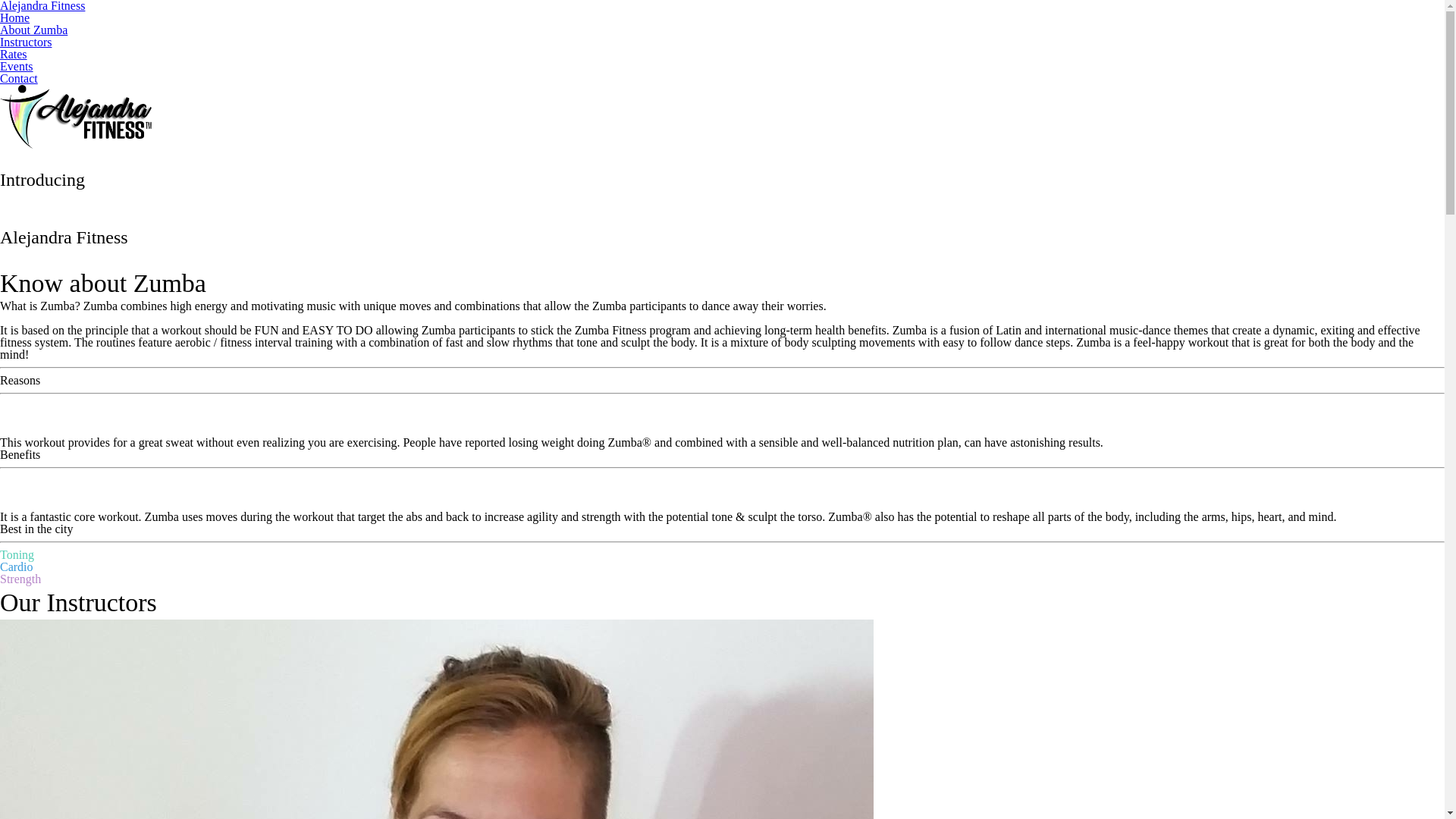 The height and width of the screenshot is (819, 1456). I want to click on 'Home', so click(0, 17).